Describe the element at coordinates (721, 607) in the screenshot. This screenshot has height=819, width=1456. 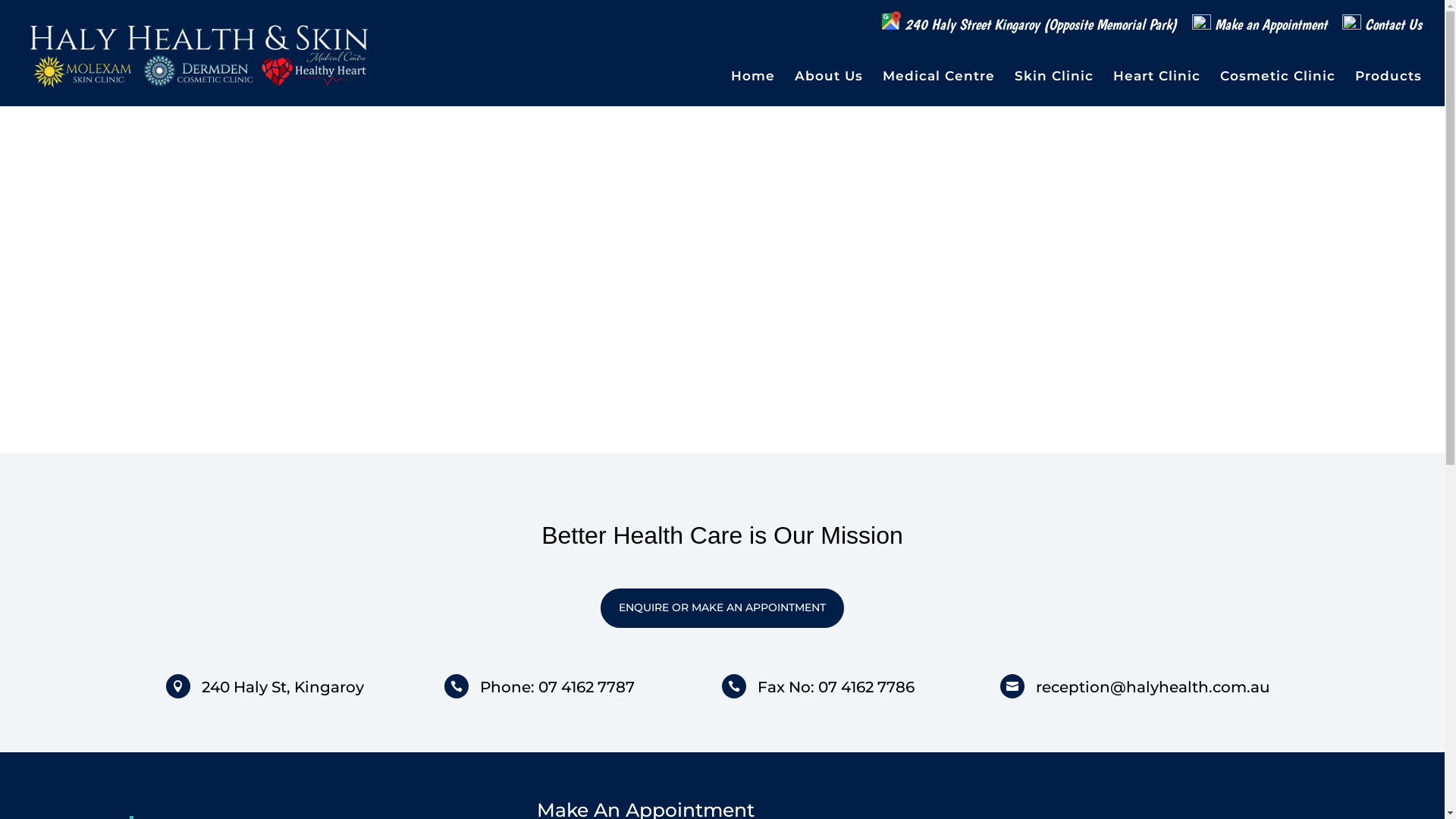
I see `'ENQUIRE OR MAKE AN APPOINTMENT'` at that location.